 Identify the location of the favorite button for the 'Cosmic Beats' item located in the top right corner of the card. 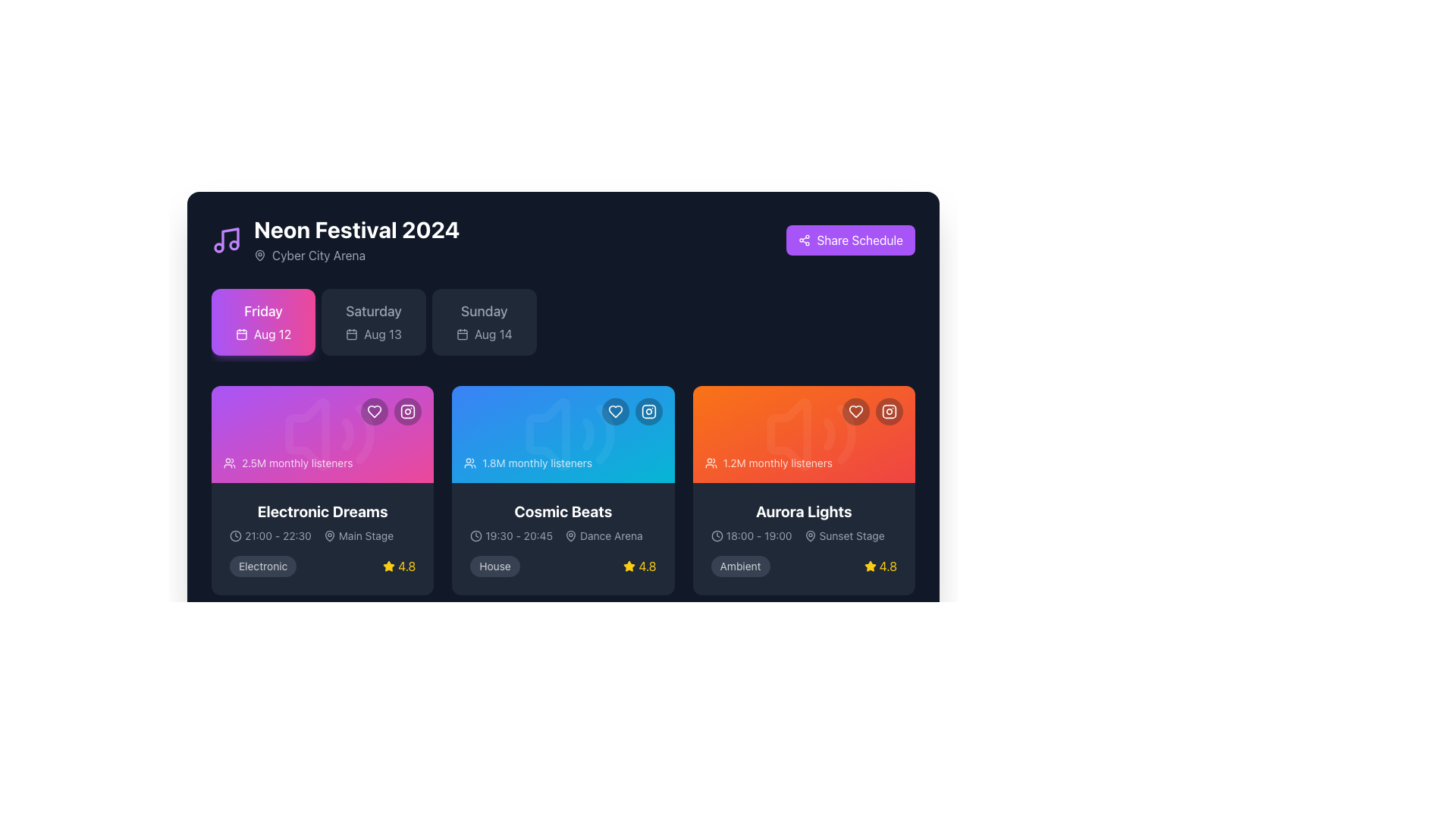
(615, 412).